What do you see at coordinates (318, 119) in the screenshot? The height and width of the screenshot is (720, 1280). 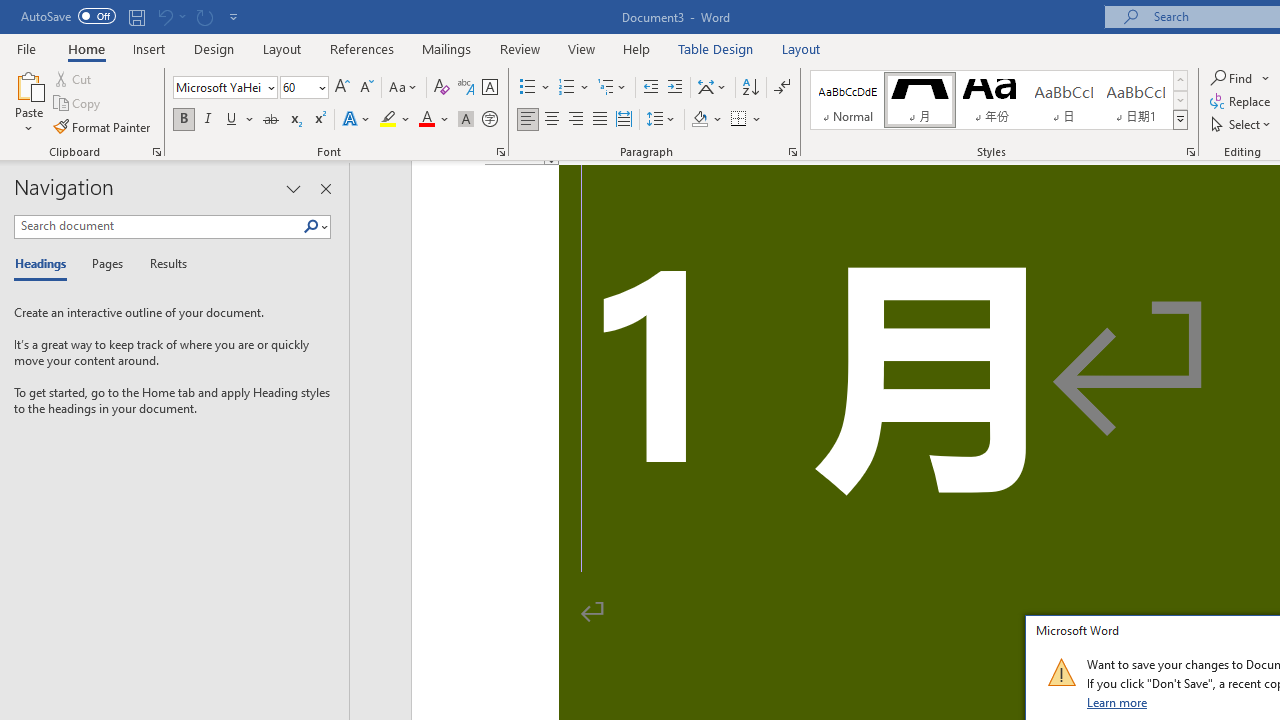 I see `'Superscript'` at bounding box center [318, 119].